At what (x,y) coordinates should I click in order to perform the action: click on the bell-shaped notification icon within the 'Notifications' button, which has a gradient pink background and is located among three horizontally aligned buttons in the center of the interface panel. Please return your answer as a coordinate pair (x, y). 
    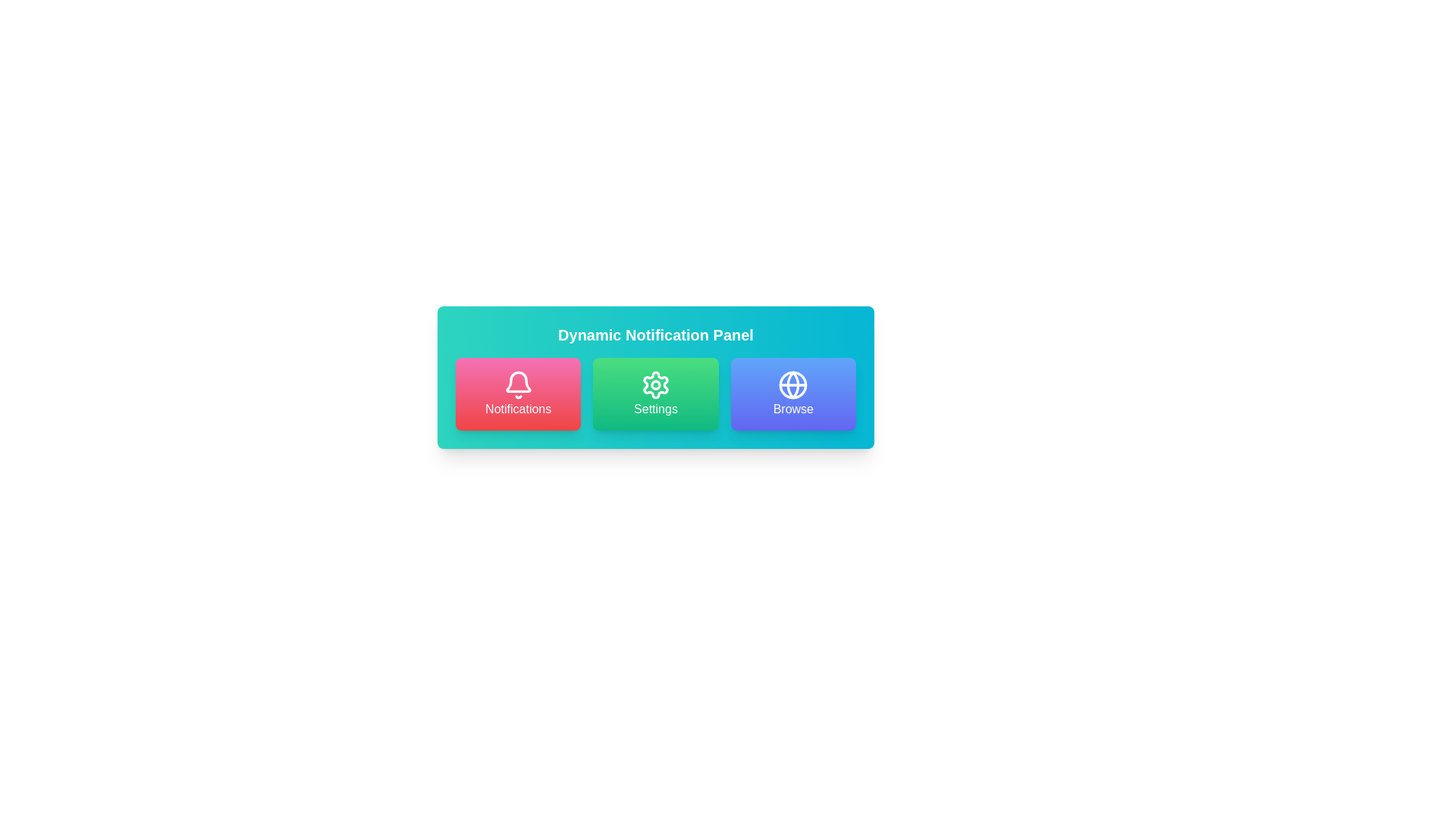
    Looking at the image, I should click on (518, 381).